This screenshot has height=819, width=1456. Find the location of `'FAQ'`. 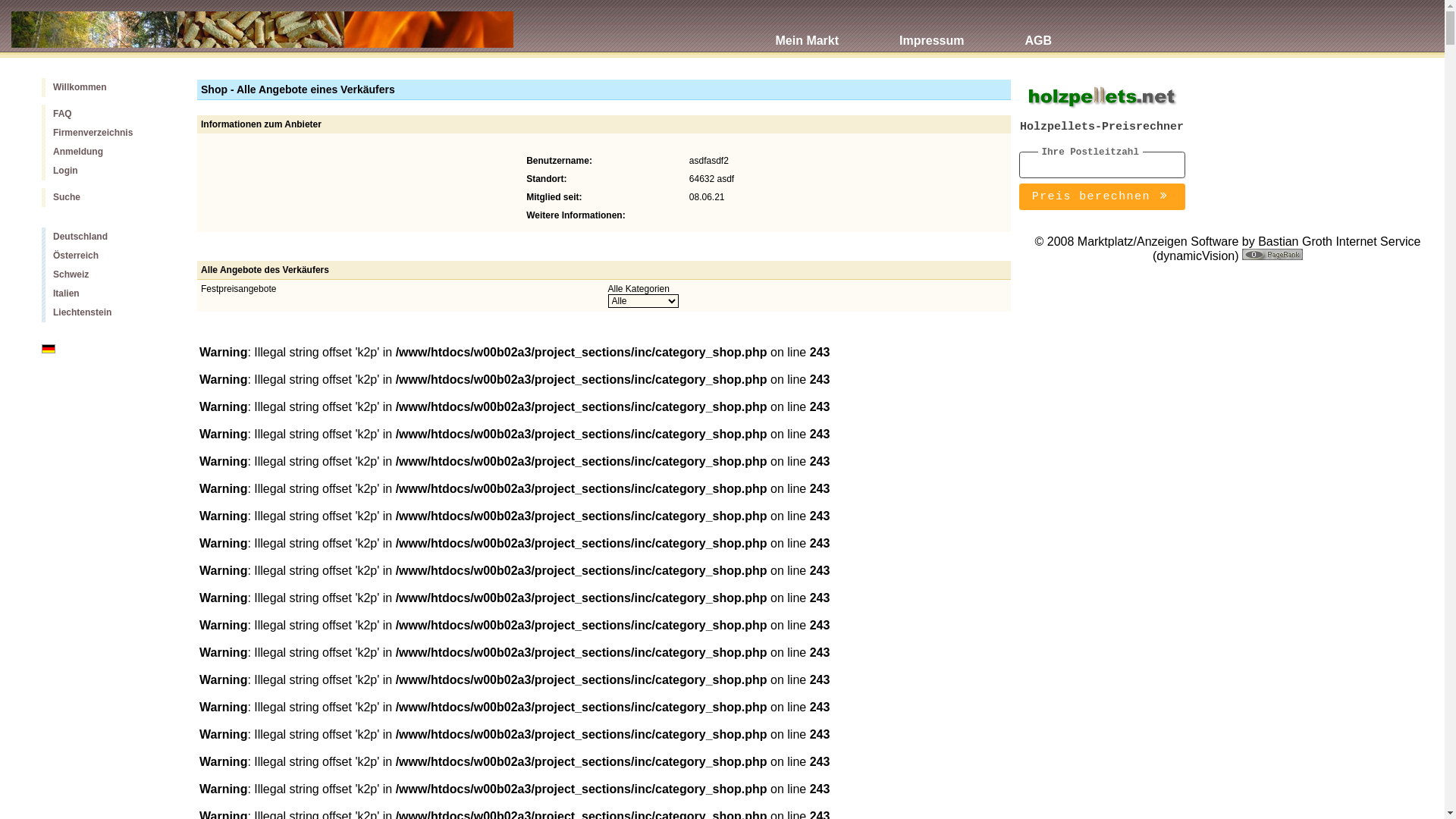

'FAQ' is located at coordinates (107, 113).